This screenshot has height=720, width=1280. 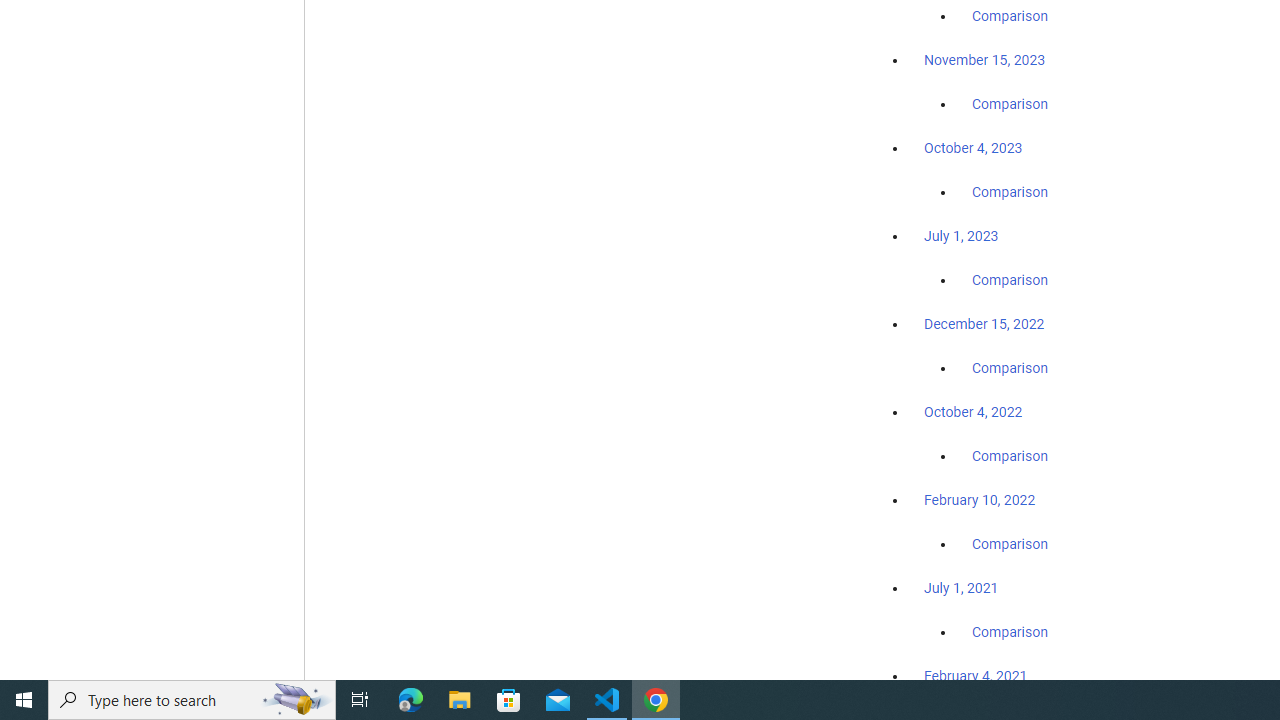 What do you see at coordinates (973, 147) in the screenshot?
I see `'October 4, 2023'` at bounding box center [973, 147].